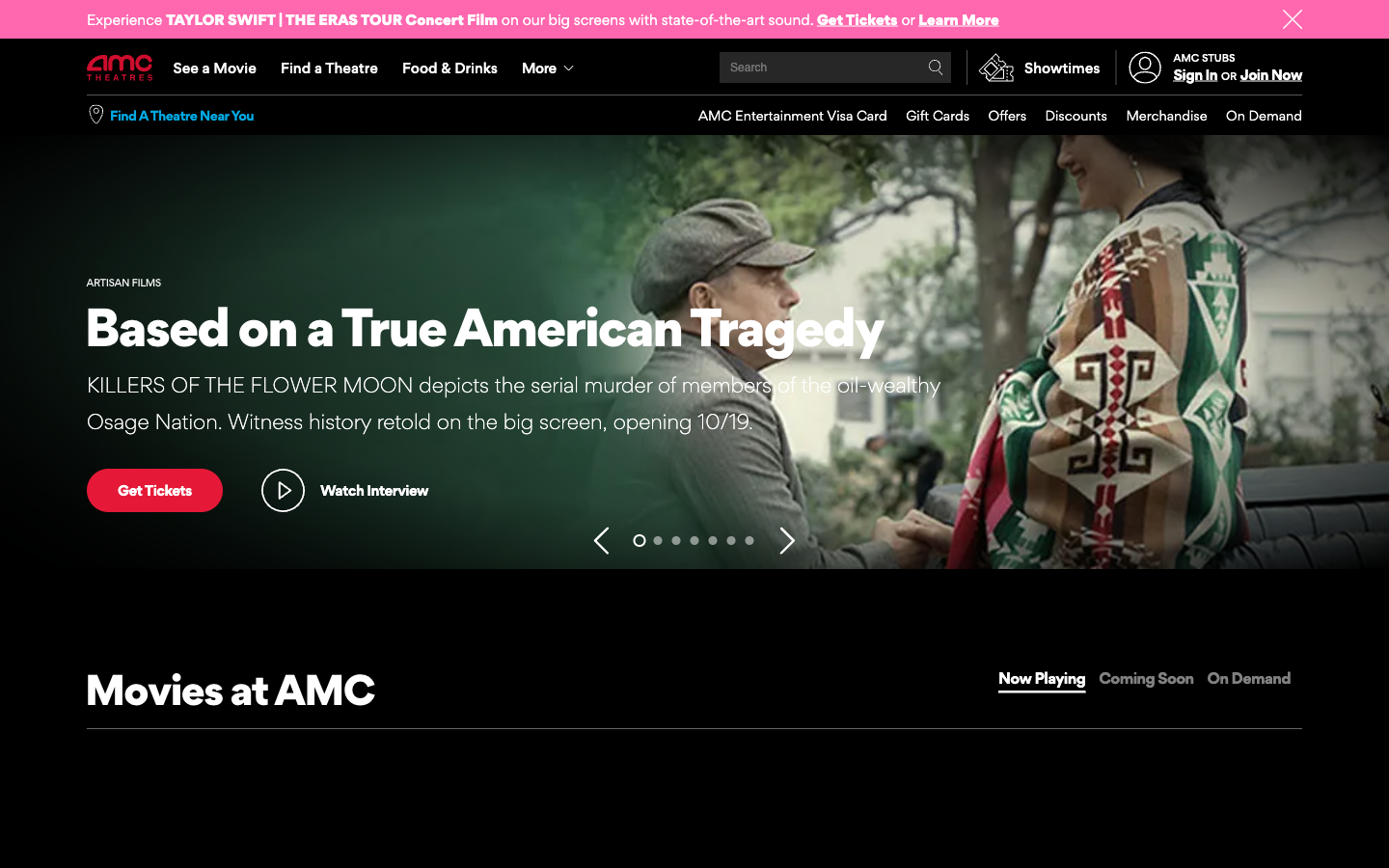  I want to click on video trailer followed by a quick pause, so click(344, 489).